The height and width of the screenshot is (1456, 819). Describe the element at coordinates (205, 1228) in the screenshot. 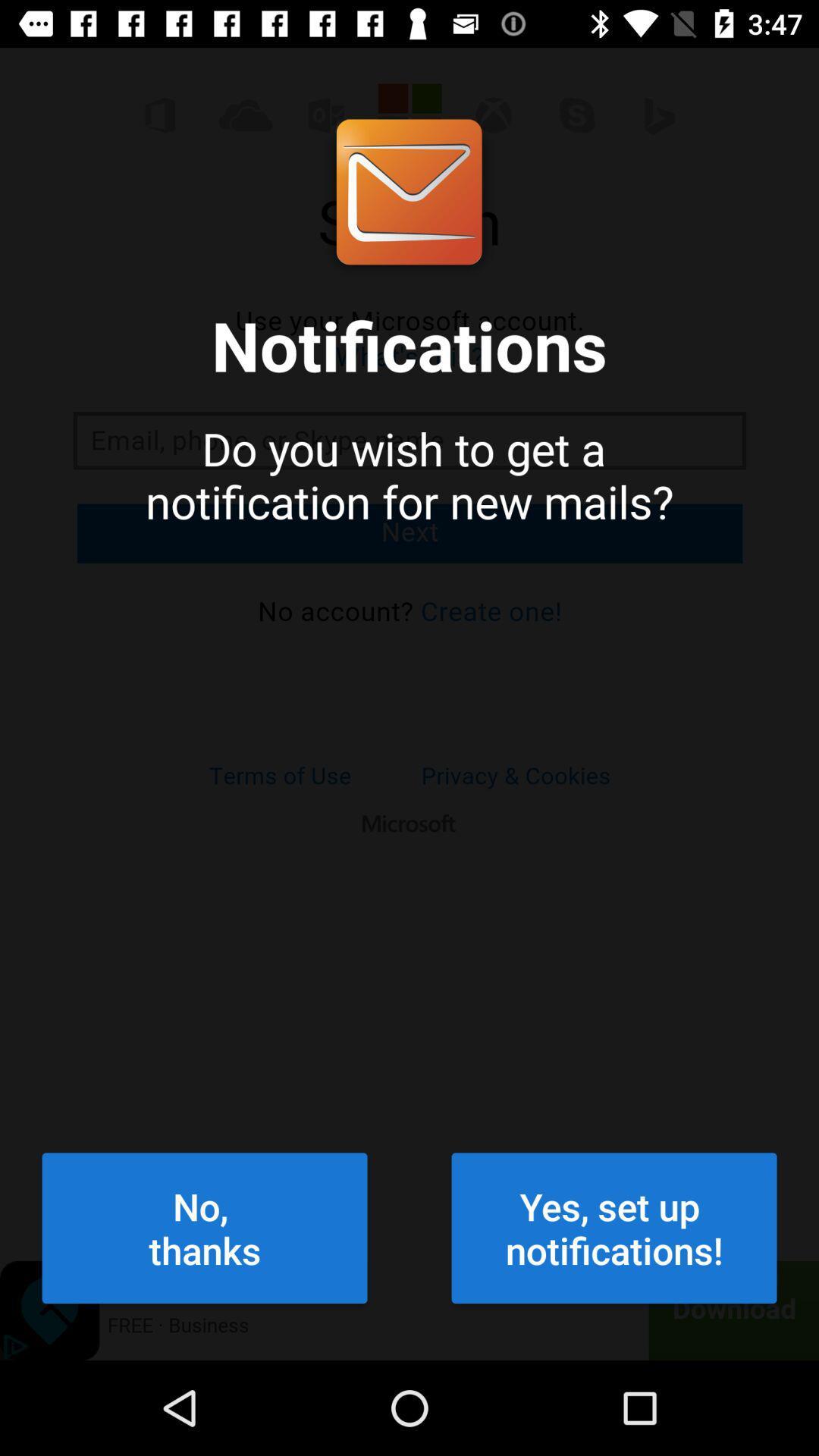

I see `the item at the bottom left corner` at that location.